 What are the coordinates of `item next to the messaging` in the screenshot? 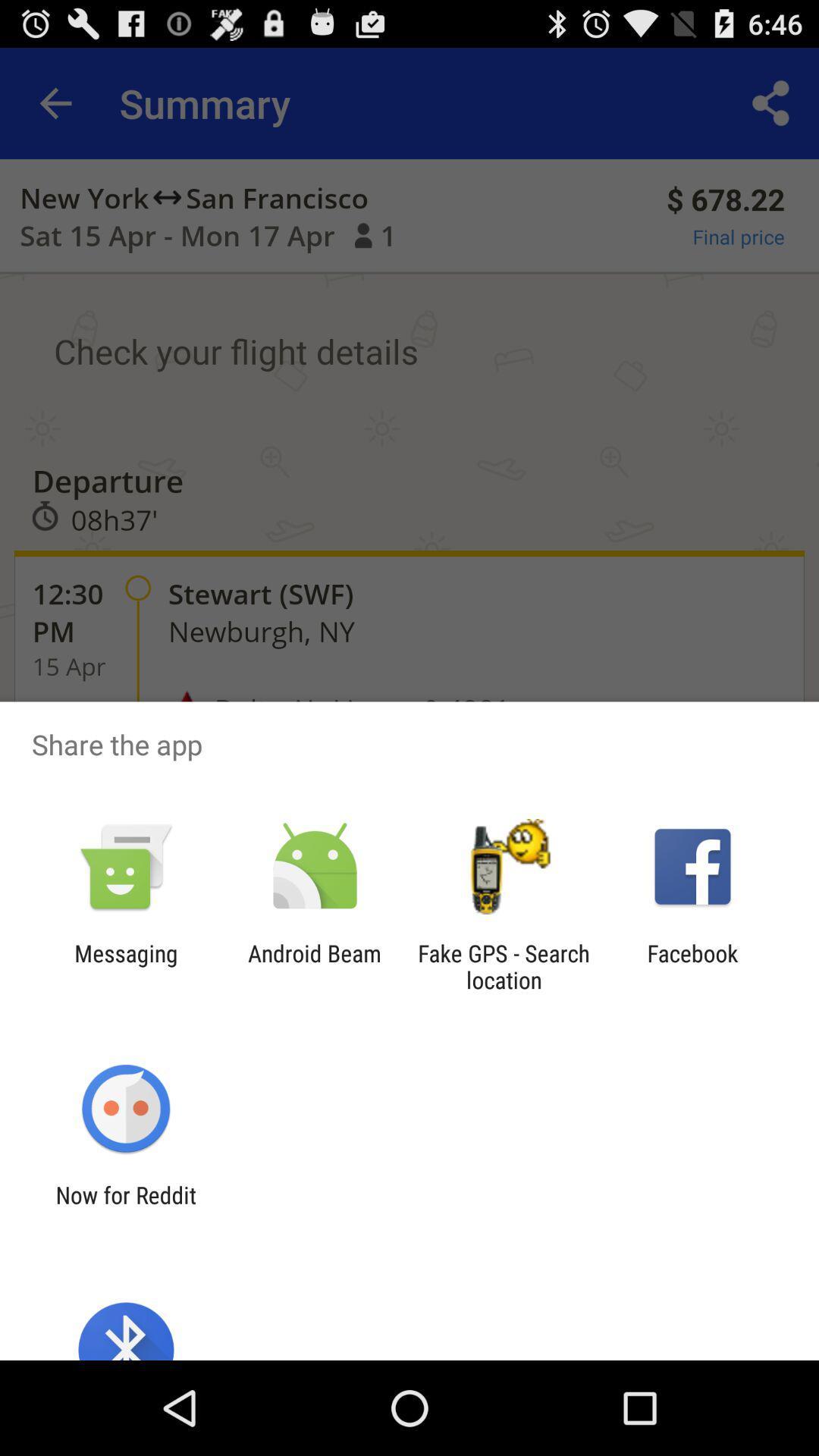 It's located at (314, 966).